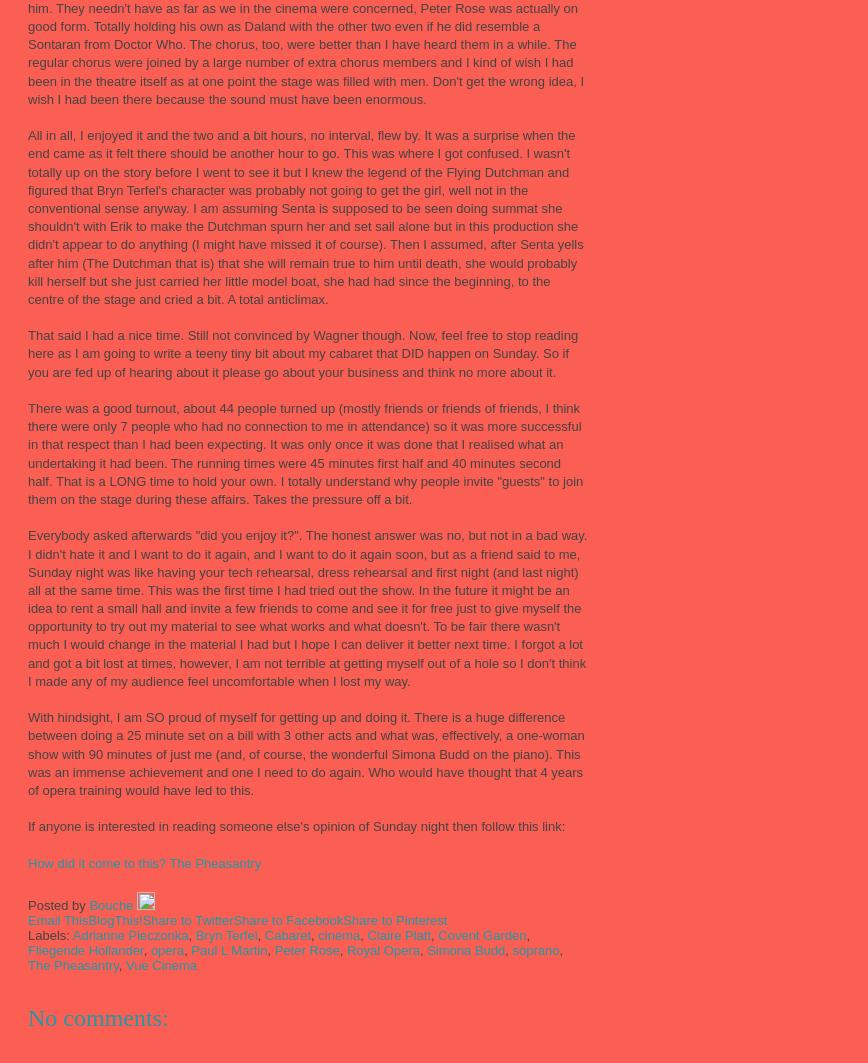  Describe the element at coordinates (28, 825) in the screenshot. I see `'If anyone is interested in reading someone else's opinion of Sunday night then follow this link:'` at that location.